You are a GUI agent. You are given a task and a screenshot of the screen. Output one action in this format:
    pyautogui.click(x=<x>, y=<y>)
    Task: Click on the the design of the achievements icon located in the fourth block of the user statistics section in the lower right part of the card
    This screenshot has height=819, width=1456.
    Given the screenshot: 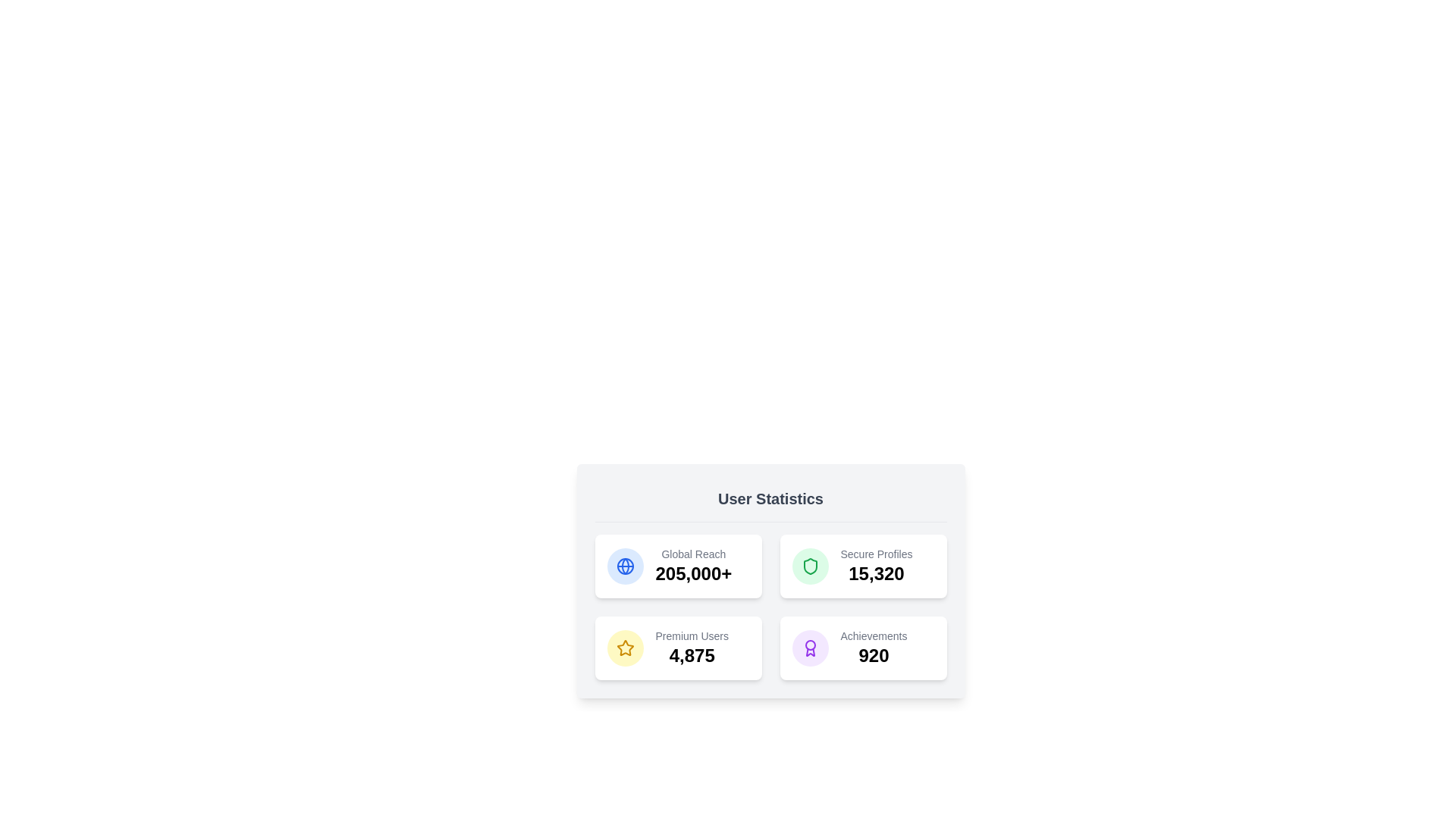 What is the action you would take?
    pyautogui.click(x=625, y=648)
    